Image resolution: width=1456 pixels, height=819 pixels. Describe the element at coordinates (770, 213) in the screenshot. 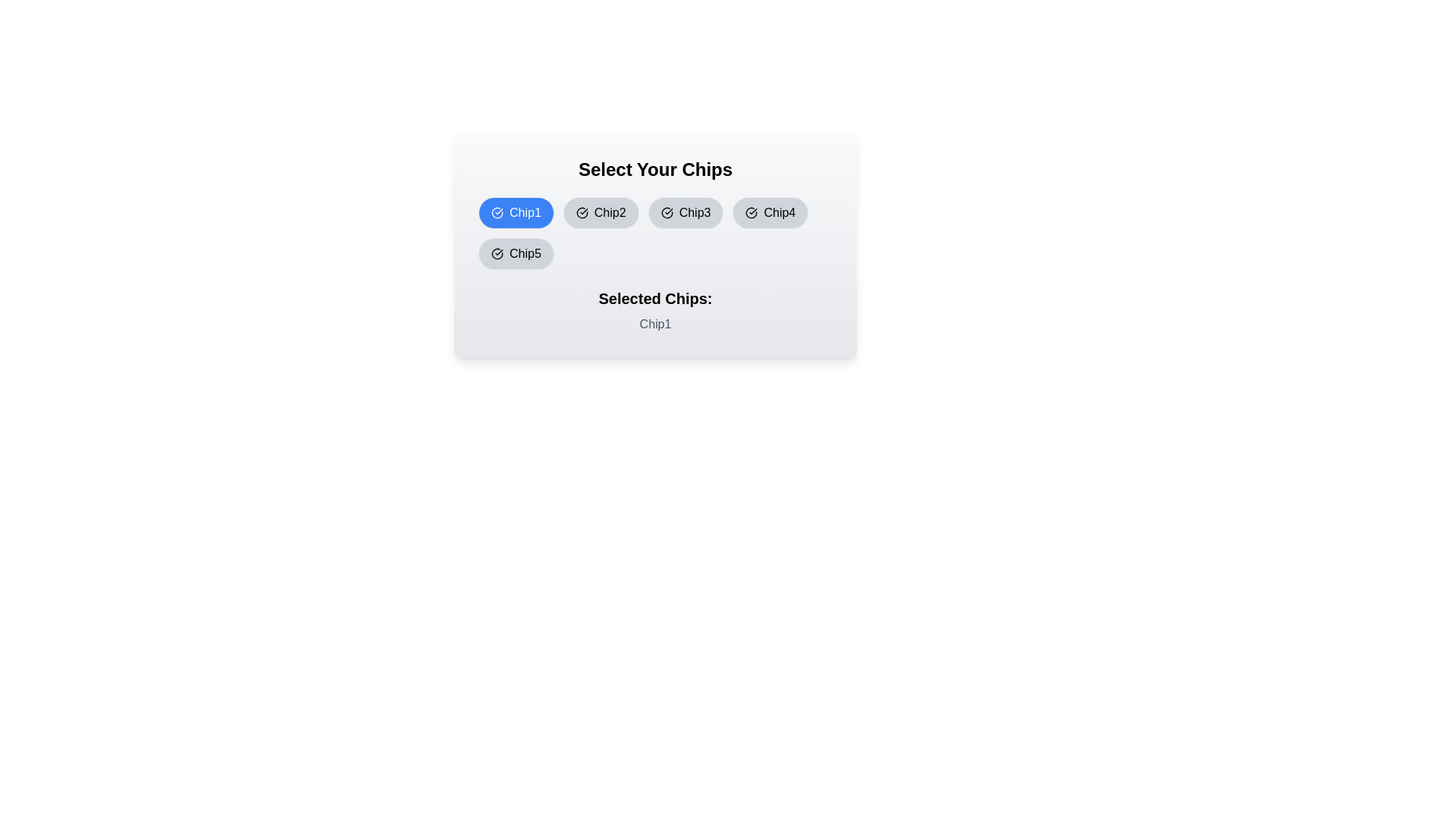

I see `the chip labeled Chip4 by clicking on it` at that location.